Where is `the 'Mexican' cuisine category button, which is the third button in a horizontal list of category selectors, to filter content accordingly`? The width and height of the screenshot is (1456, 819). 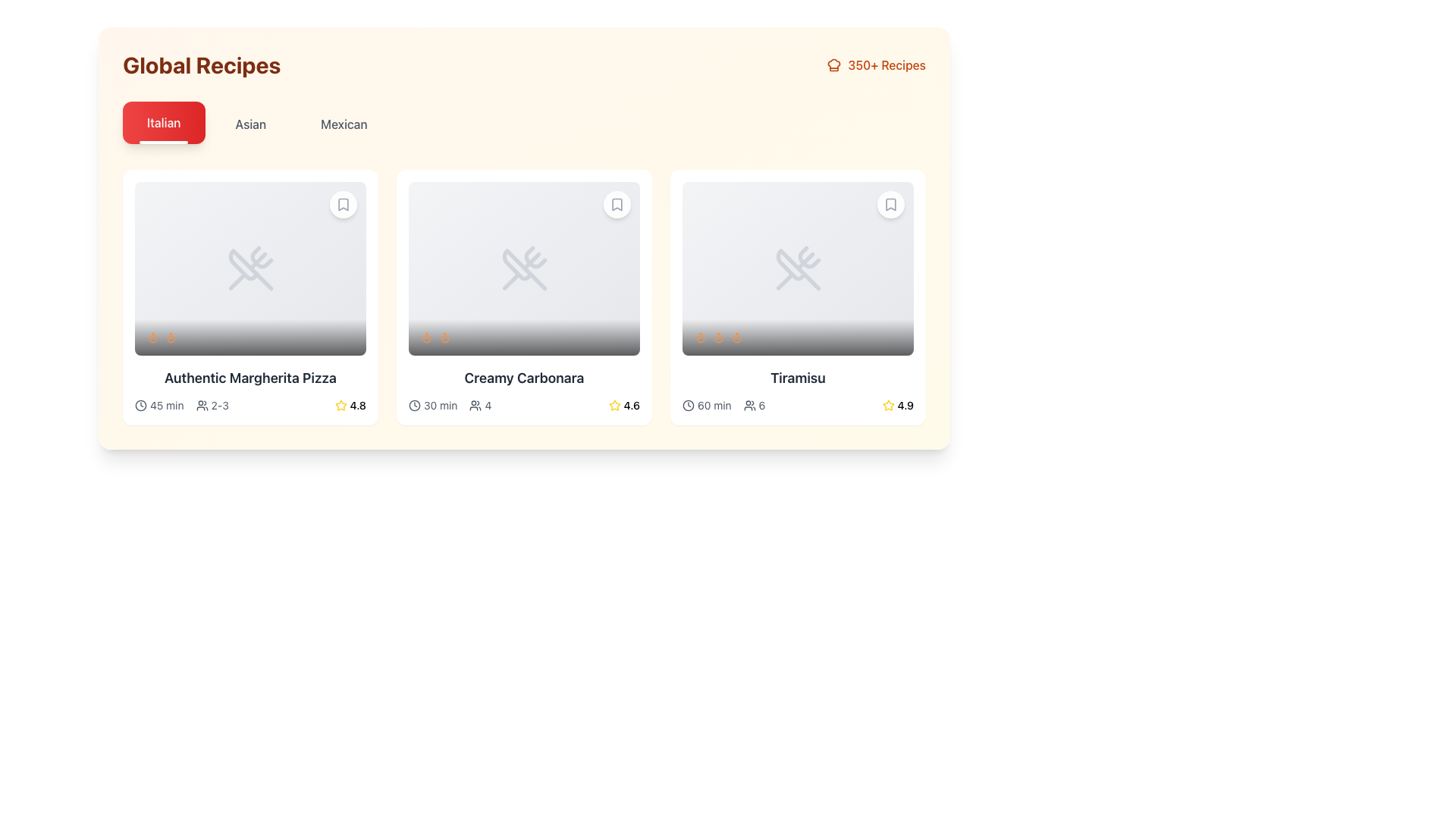 the 'Mexican' cuisine category button, which is the third button in a horizontal list of category selectors, to filter content accordingly is located at coordinates (343, 124).